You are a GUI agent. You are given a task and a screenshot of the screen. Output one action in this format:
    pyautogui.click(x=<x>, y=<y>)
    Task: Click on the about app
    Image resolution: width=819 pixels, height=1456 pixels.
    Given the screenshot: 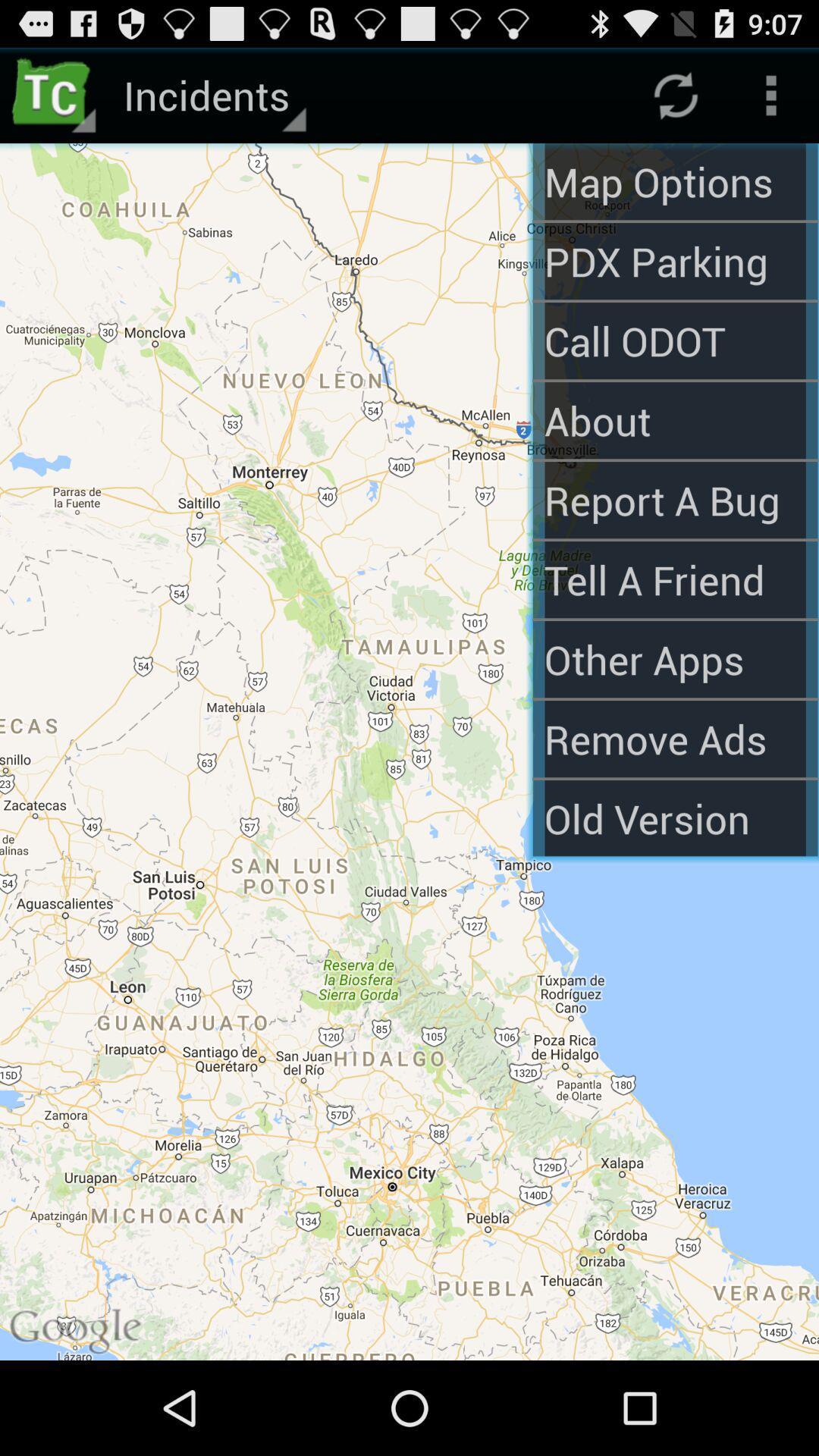 What is the action you would take?
    pyautogui.click(x=674, y=420)
    